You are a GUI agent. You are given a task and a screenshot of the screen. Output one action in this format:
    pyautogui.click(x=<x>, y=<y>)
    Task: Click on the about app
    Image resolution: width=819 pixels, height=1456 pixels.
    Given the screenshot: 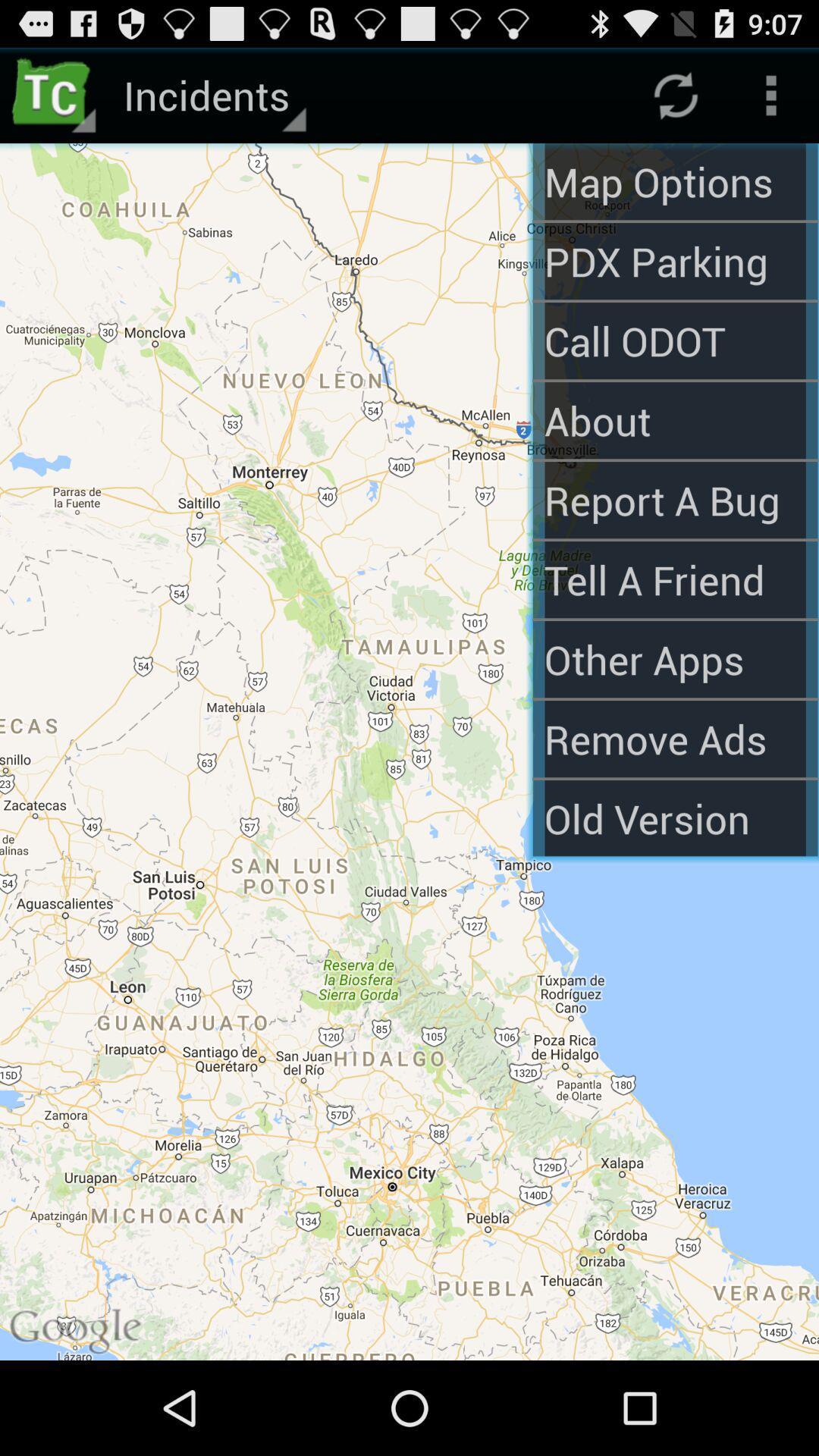 What is the action you would take?
    pyautogui.click(x=674, y=420)
    